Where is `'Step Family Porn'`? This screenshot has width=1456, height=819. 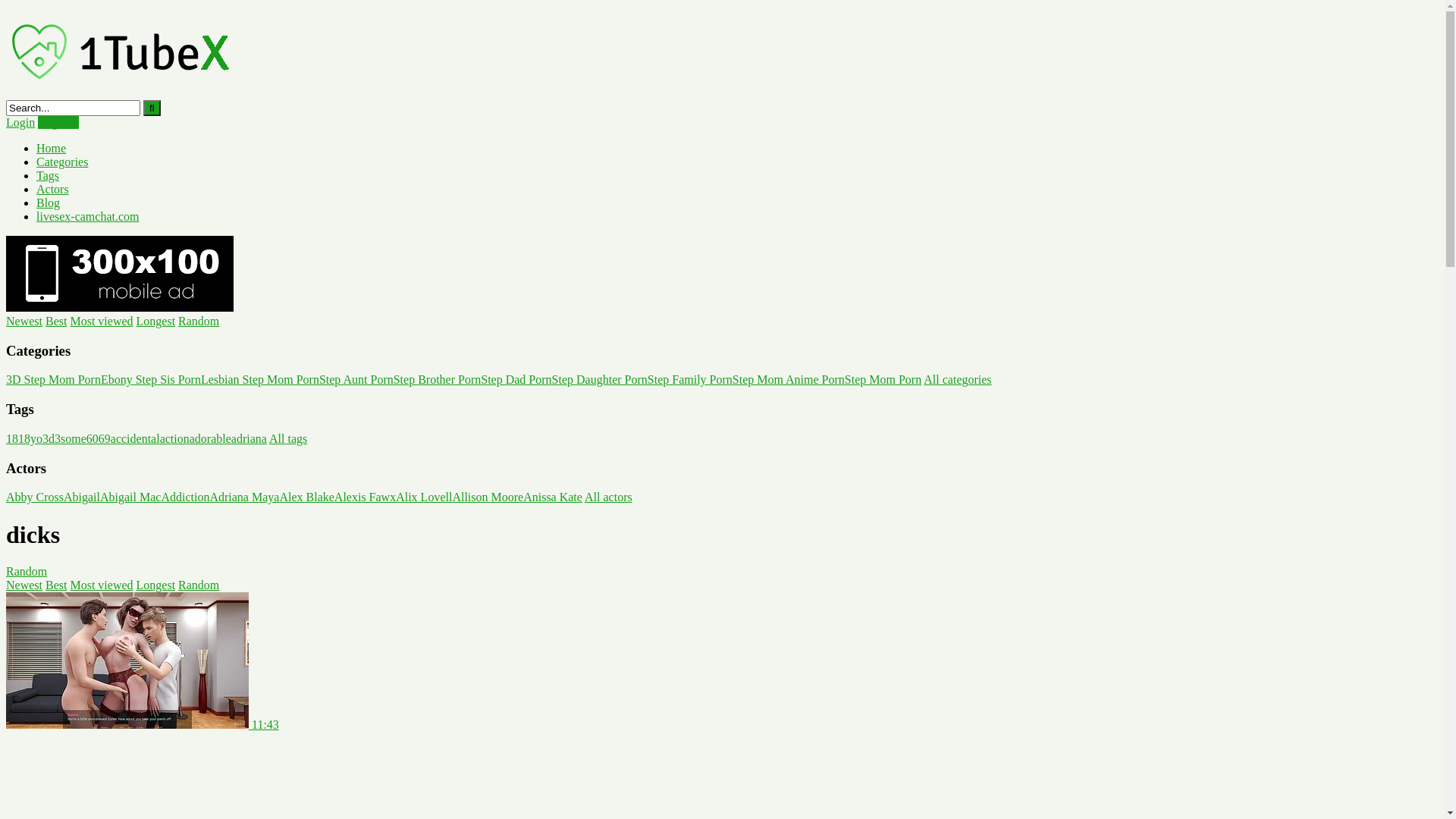
'Step Family Porn' is located at coordinates (689, 378).